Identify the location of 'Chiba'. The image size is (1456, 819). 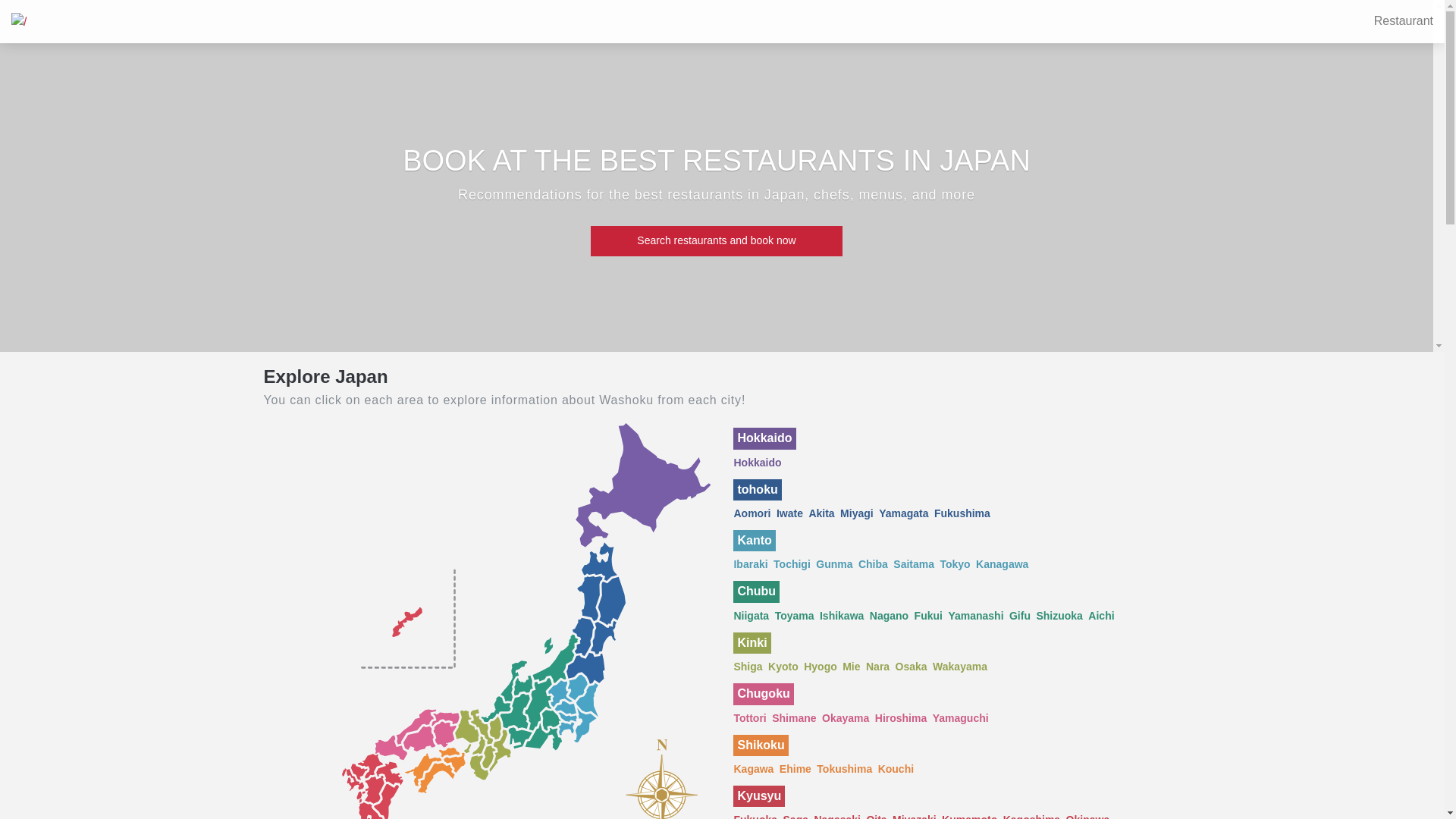
(873, 564).